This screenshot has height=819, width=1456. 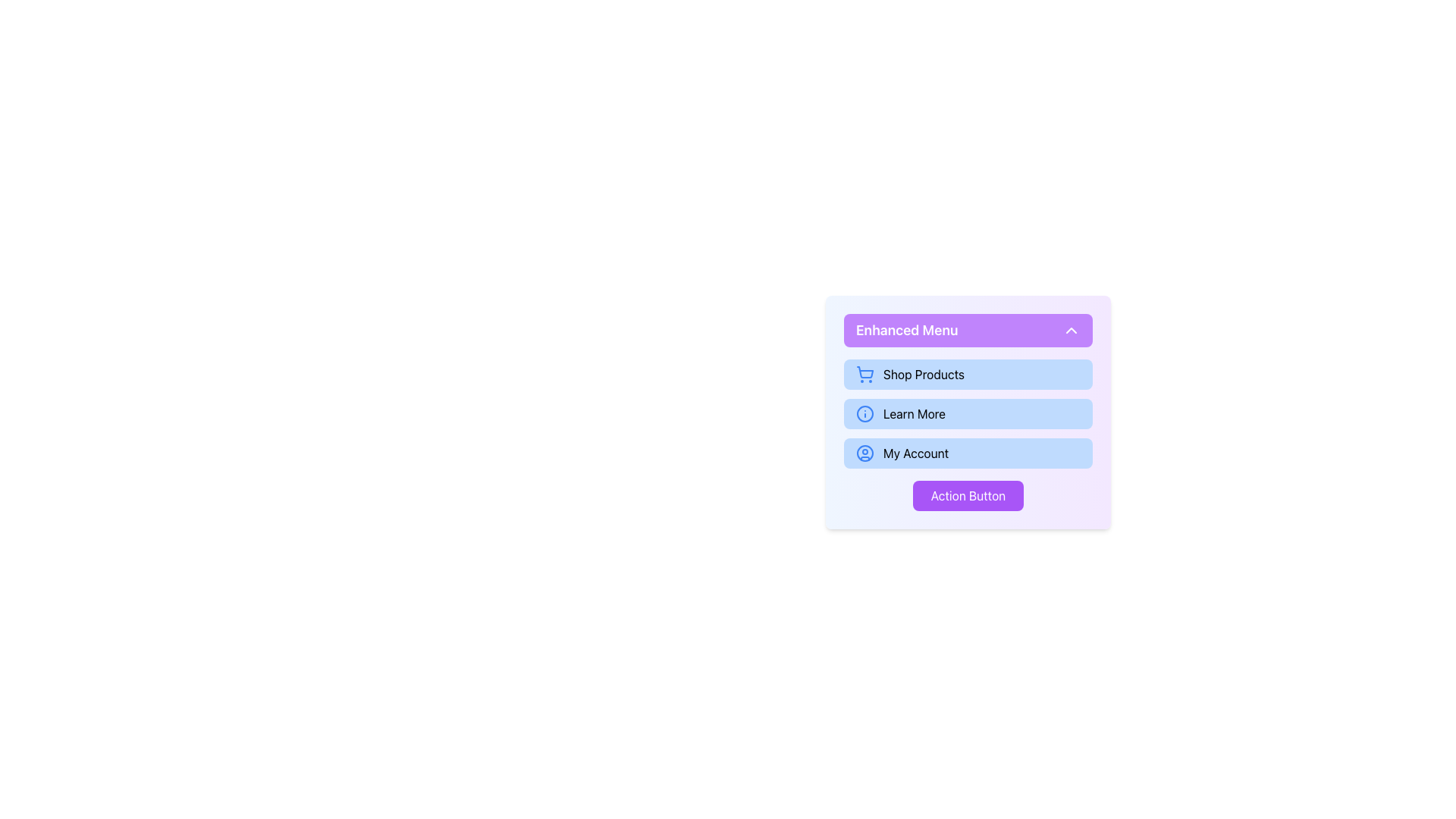 What do you see at coordinates (967, 496) in the screenshot?
I see `the last button in the 'Enhanced Menu' card` at bounding box center [967, 496].